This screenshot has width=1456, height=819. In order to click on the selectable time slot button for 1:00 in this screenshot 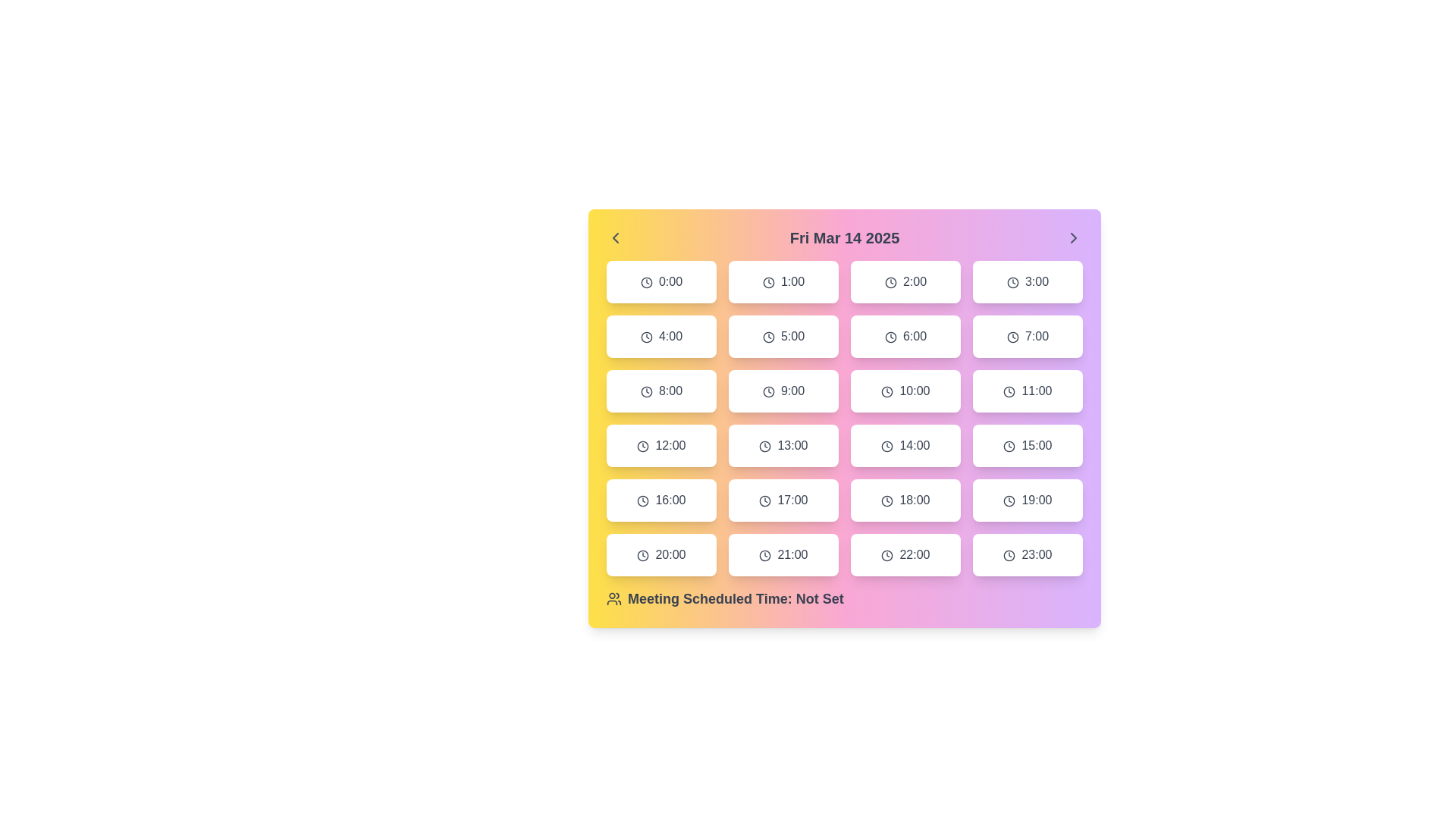, I will do `click(783, 281)`.